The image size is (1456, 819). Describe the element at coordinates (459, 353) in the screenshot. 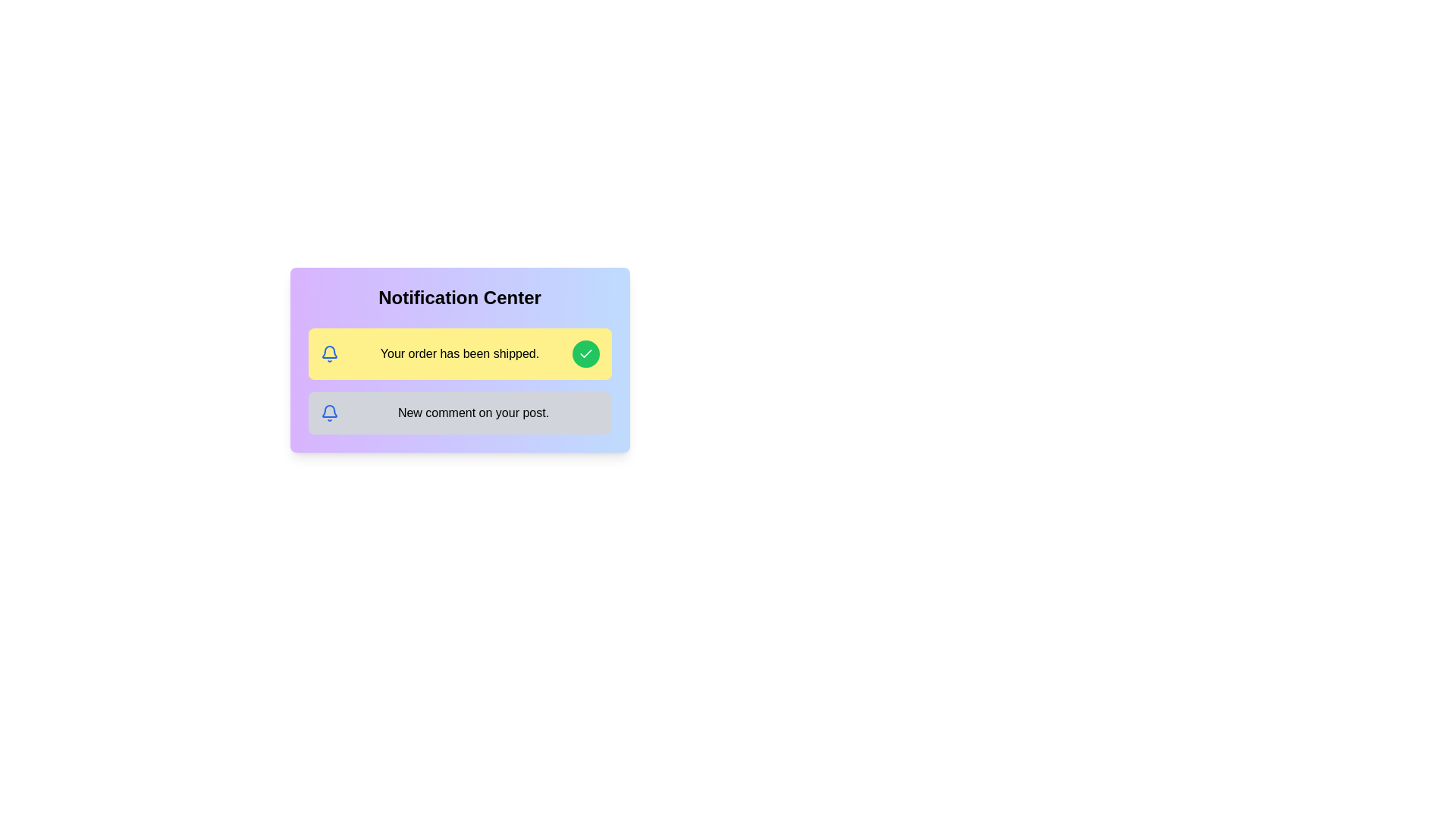

I see `notification text from the notification block titled 'Your order has been shipped.', which is the first item in a vertically-stacked list of notifications` at that location.